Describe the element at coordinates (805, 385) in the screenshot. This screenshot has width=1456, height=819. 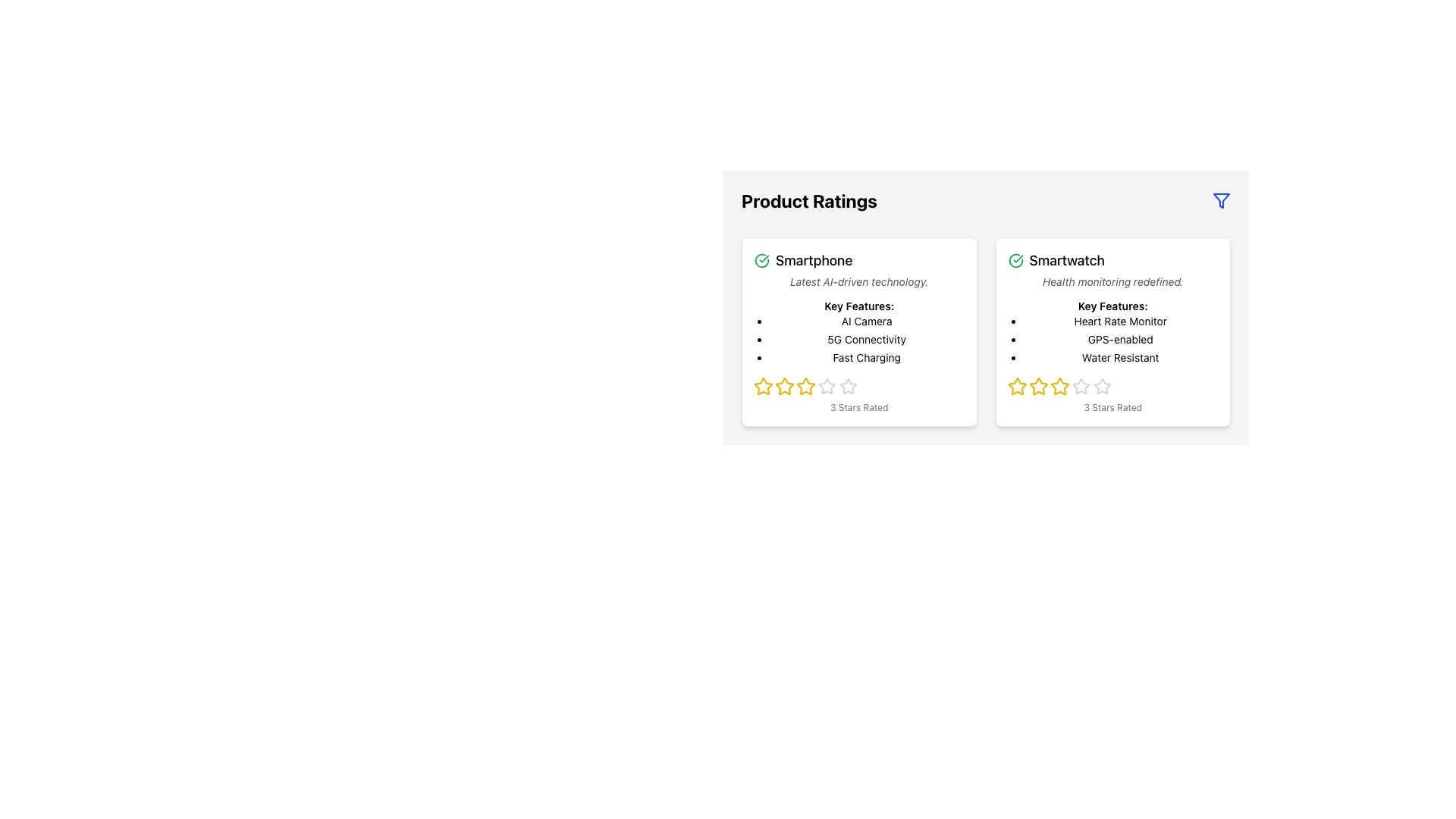
I see `the third yellow star icon in the rating system located under the 'Smartphone' card in the 'Product Ratings' section` at that location.